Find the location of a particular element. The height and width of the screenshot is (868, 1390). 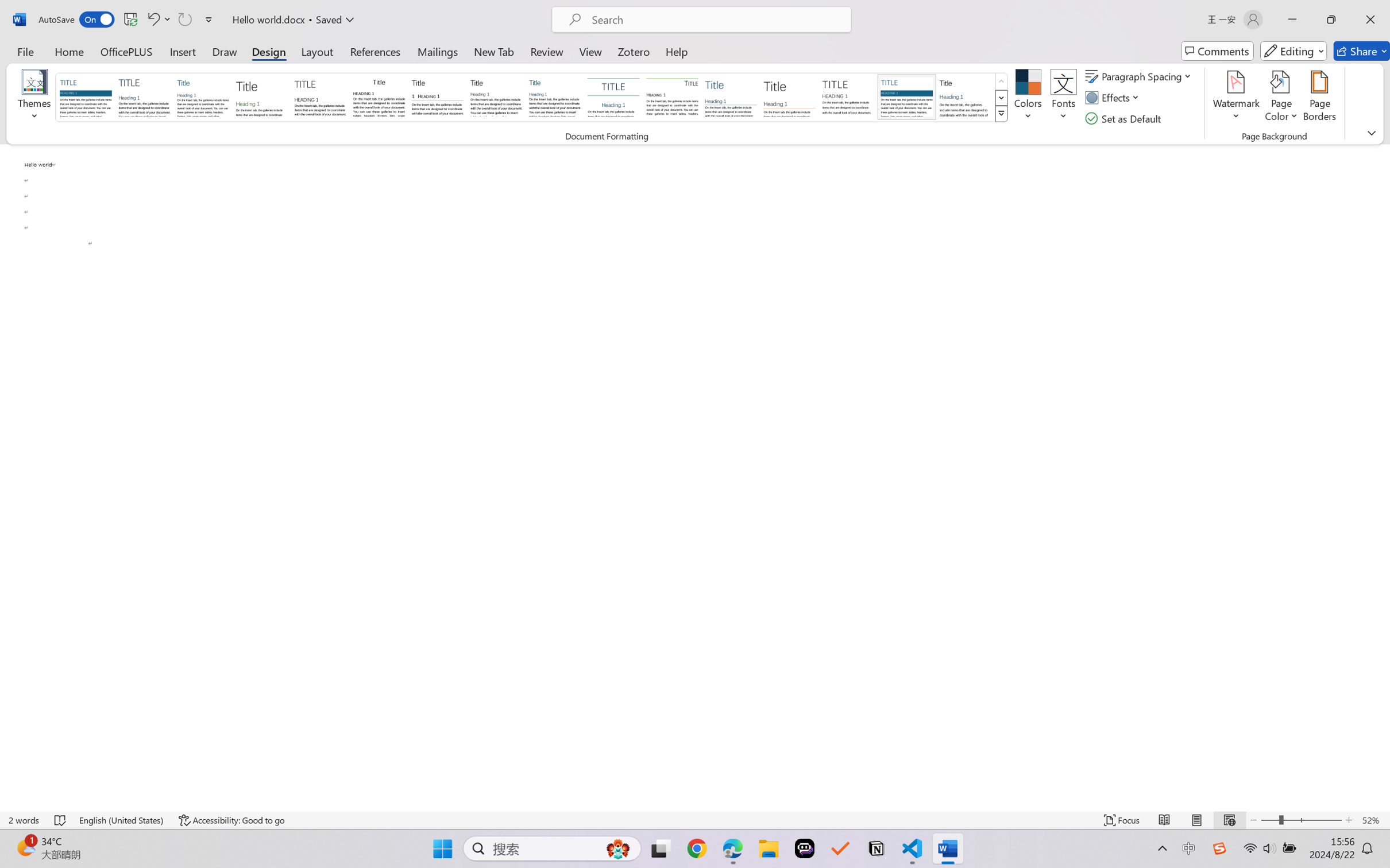

'Spelling and Grammar Check No Errors' is located at coordinates (60, 820).